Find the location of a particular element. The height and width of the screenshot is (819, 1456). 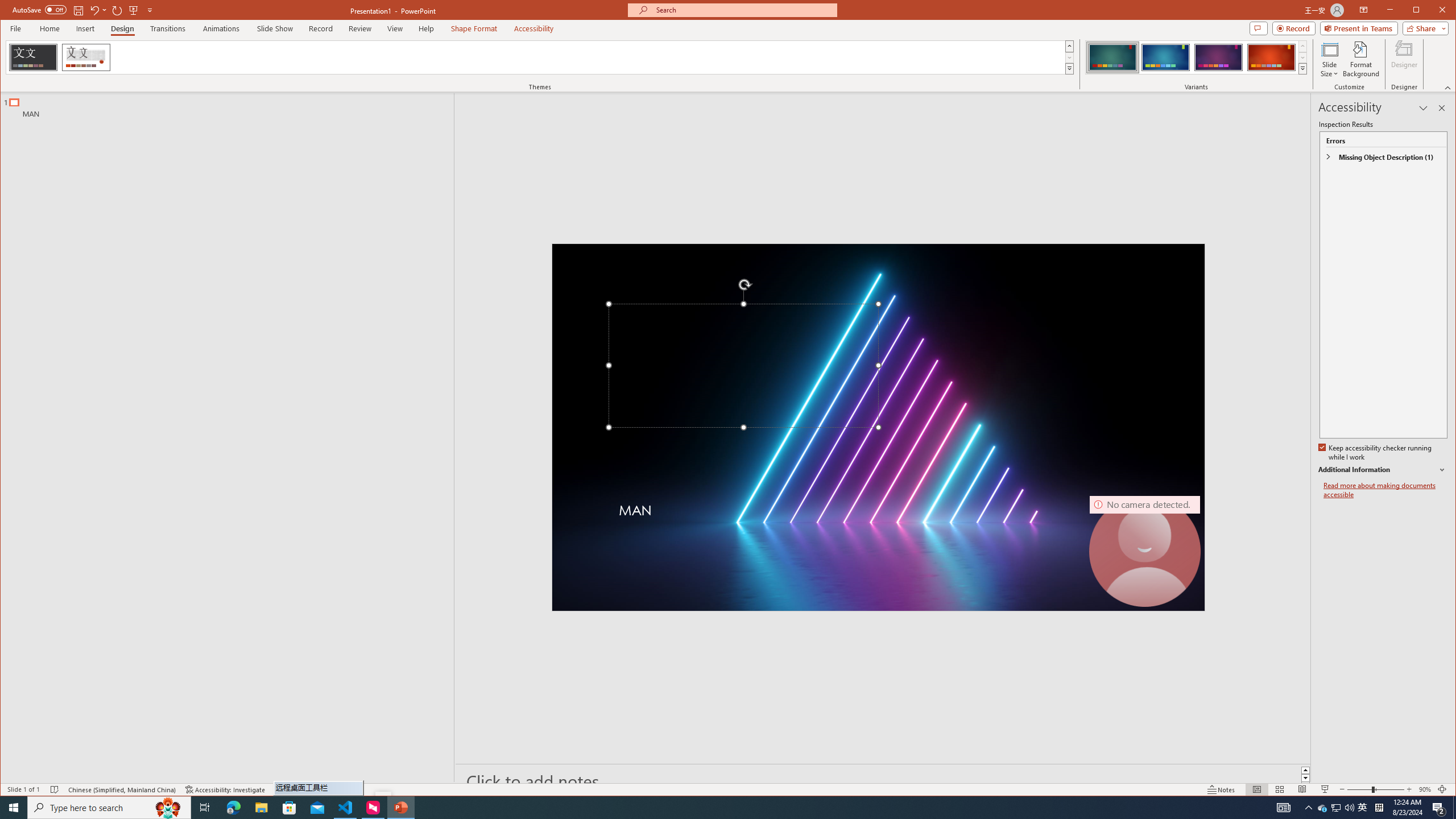

'Wood Type' is located at coordinates (85, 57).